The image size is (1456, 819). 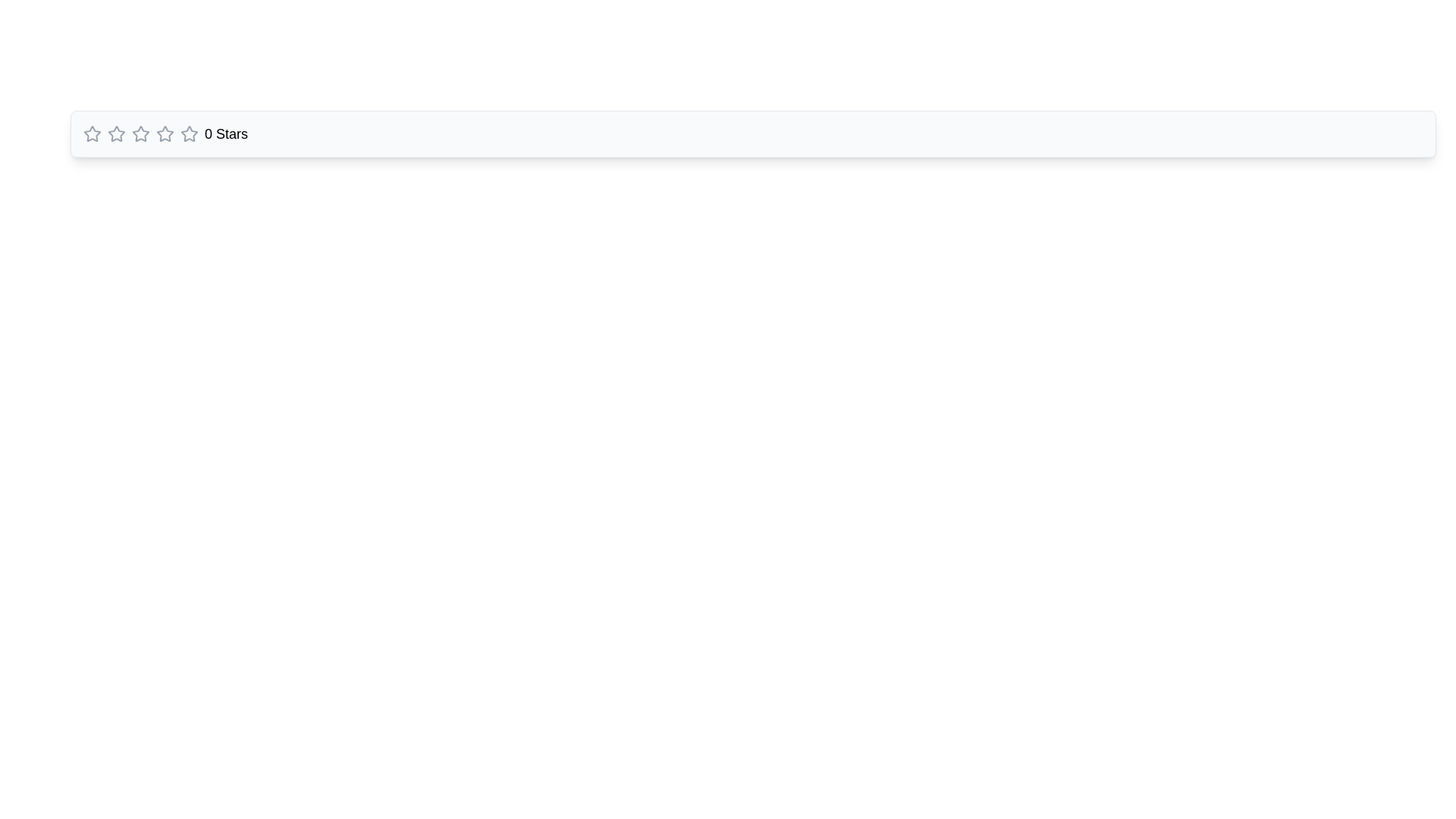 I want to click on the second star icon in a row of five stars to rate it, which is adjacent to the '0 Stars' text label, so click(x=141, y=133).